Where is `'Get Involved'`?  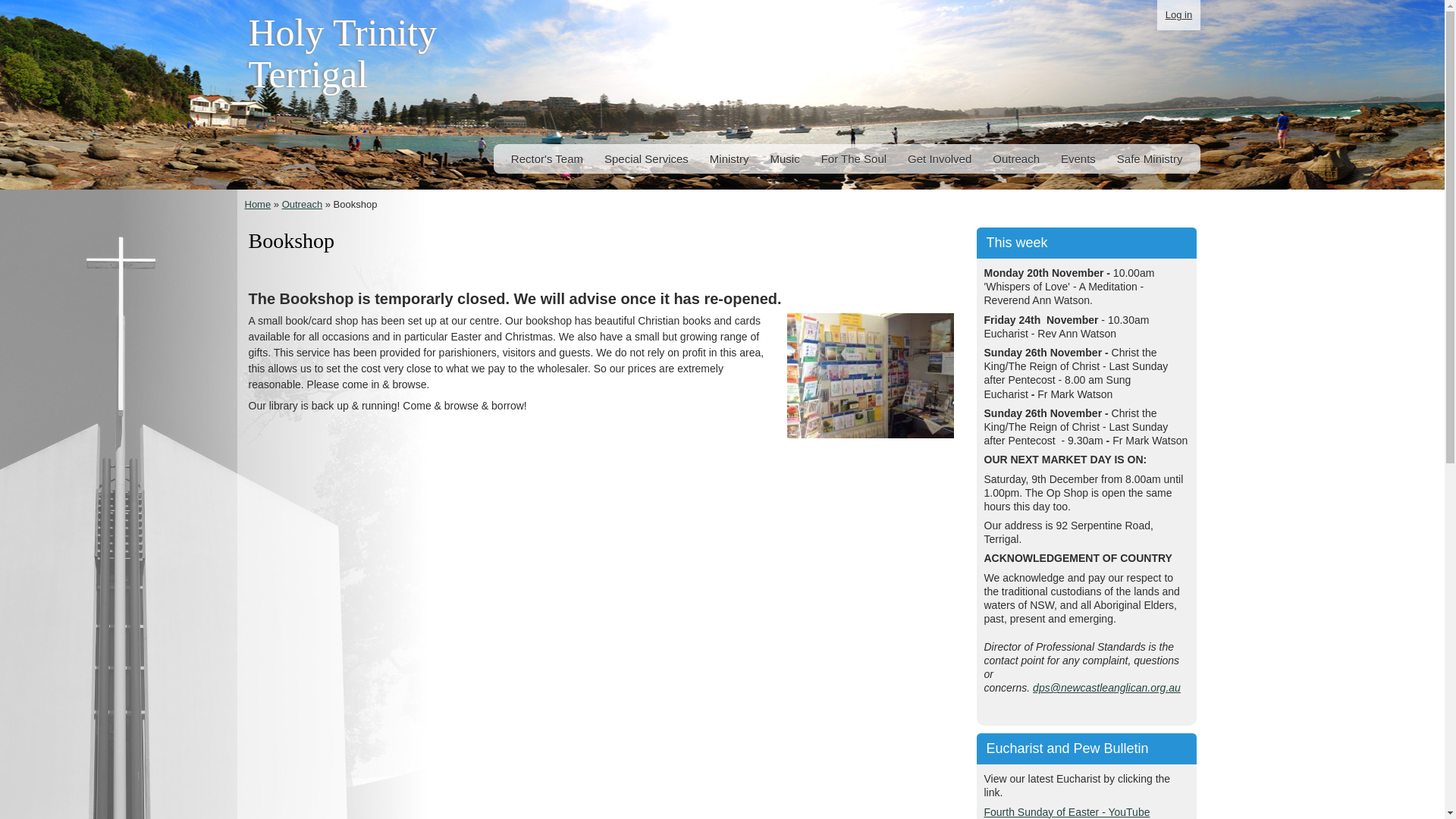 'Get Involved' is located at coordinates (938, 158).